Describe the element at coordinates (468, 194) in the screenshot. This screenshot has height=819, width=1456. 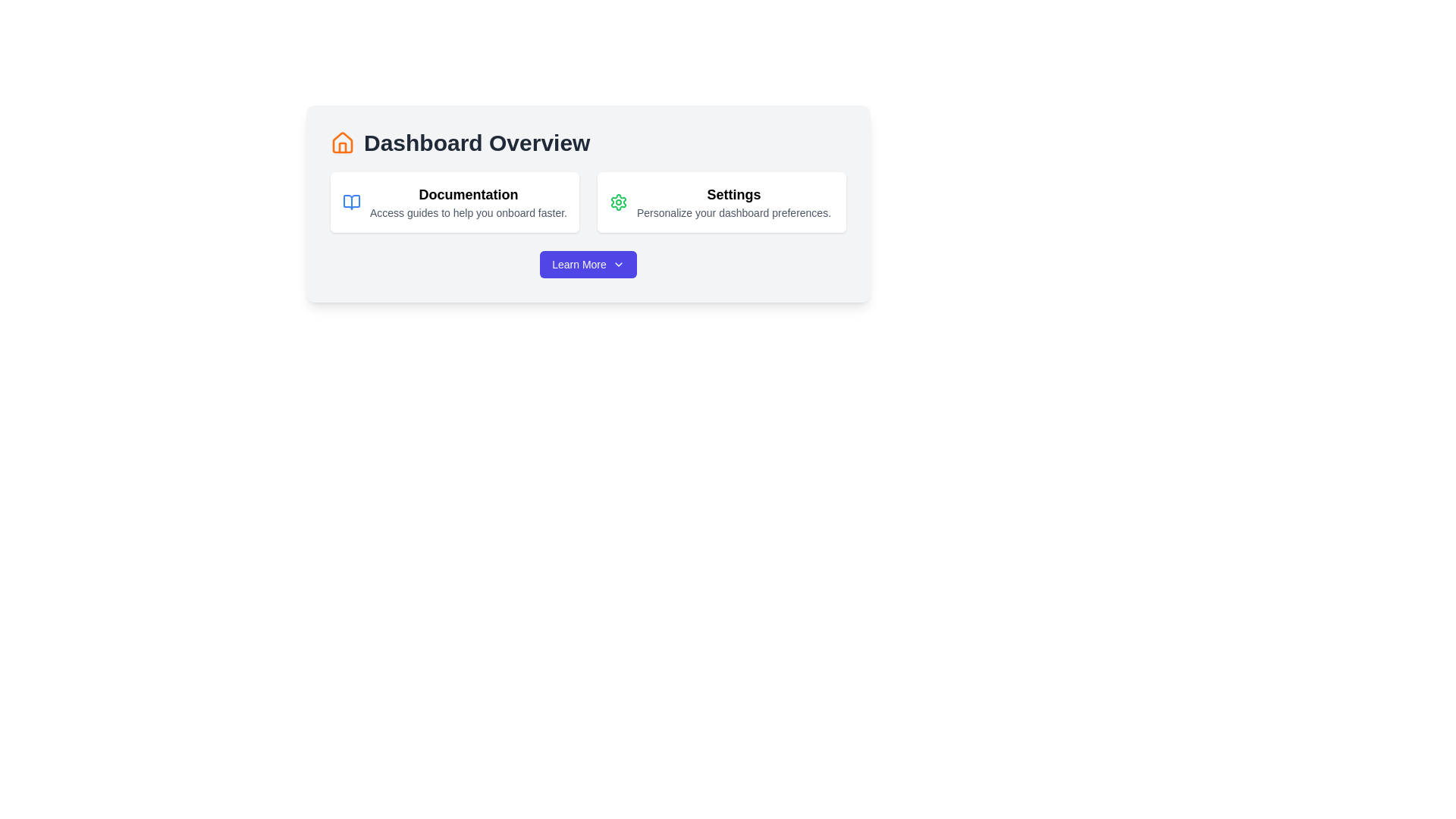
I see `the static text label styled as a section title for 'Documentation', located on the left side of the interface above the descriptive text` at that location.